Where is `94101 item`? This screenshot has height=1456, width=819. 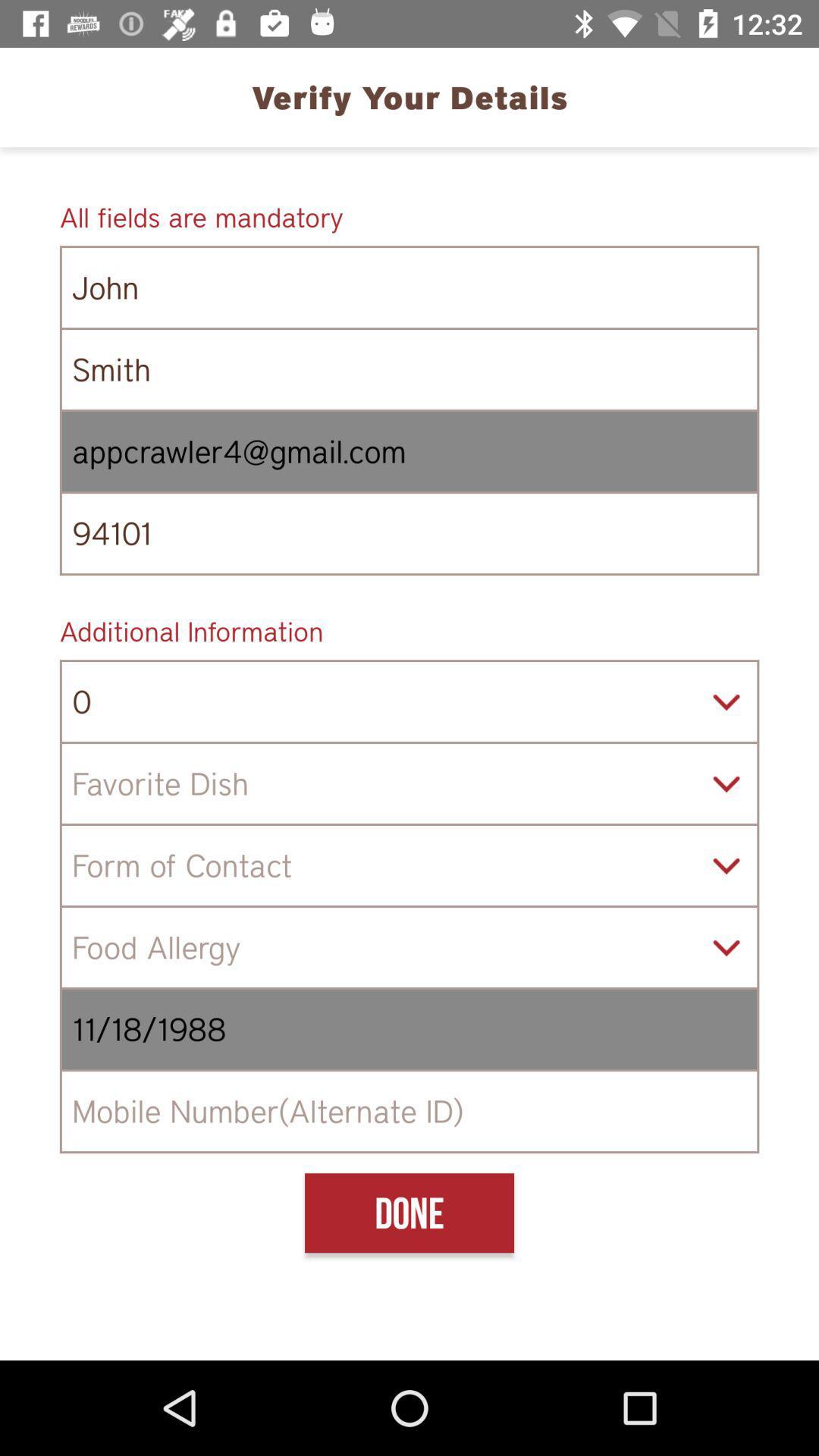 94101 item is located at coordinates (409, 533).